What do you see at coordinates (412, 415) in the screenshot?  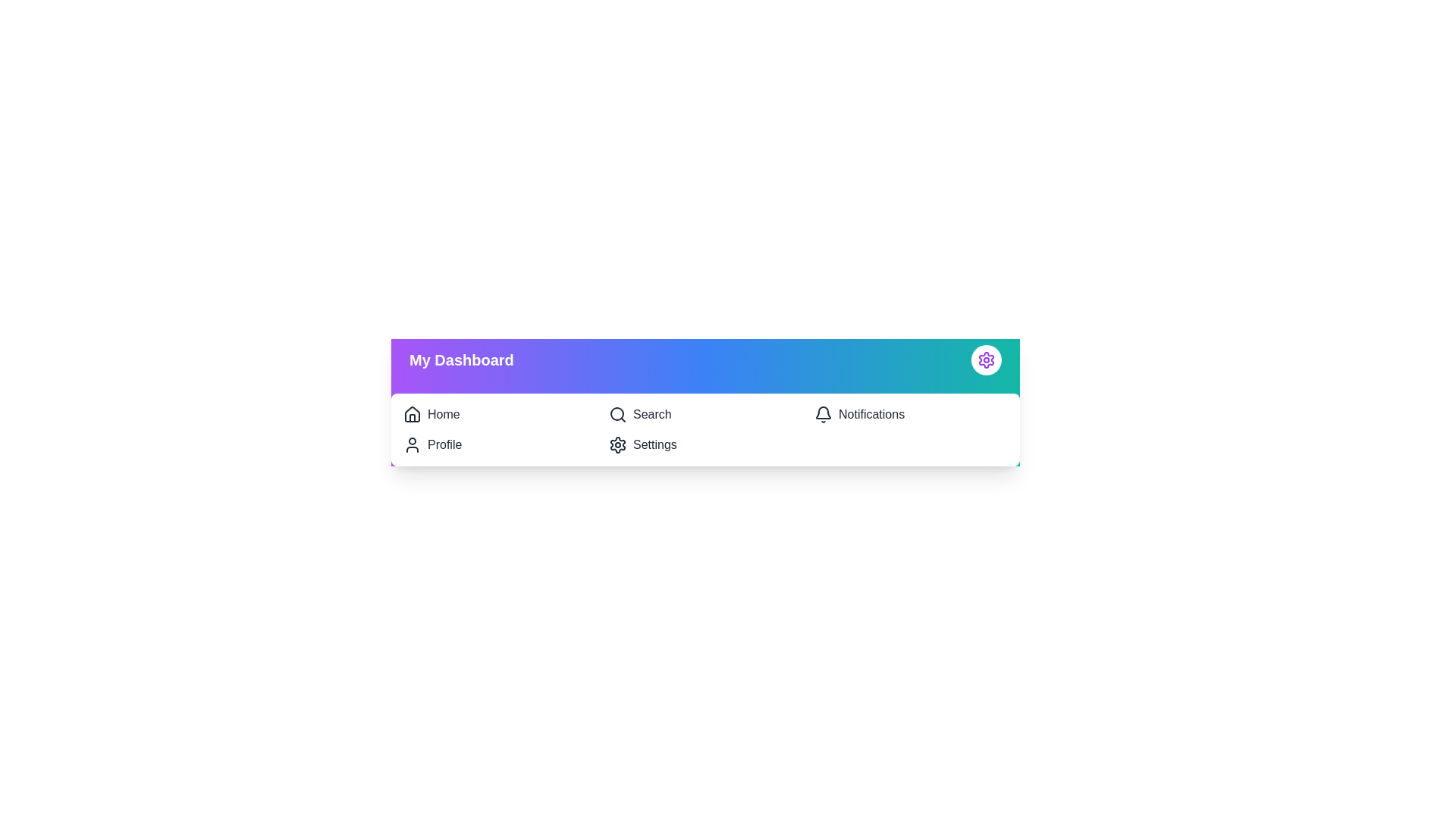 I see `the Home icon to navigate to the Home section` at bounding box center [412, 415].